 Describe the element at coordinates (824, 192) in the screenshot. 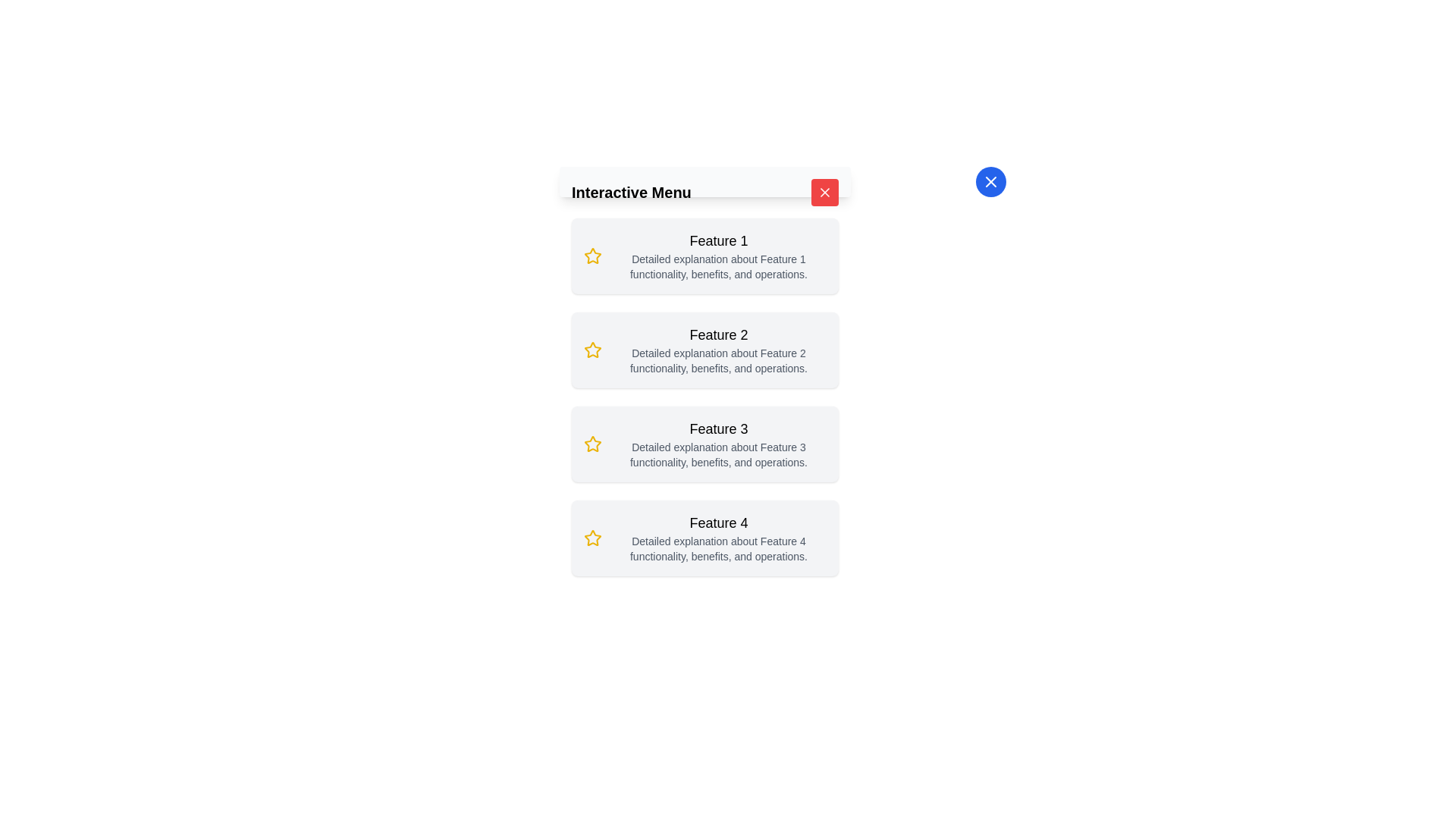

I see `the red circular button with a white 'X' icon located at the top-right corner of the 'Interactive Menu' header bar` at that location.